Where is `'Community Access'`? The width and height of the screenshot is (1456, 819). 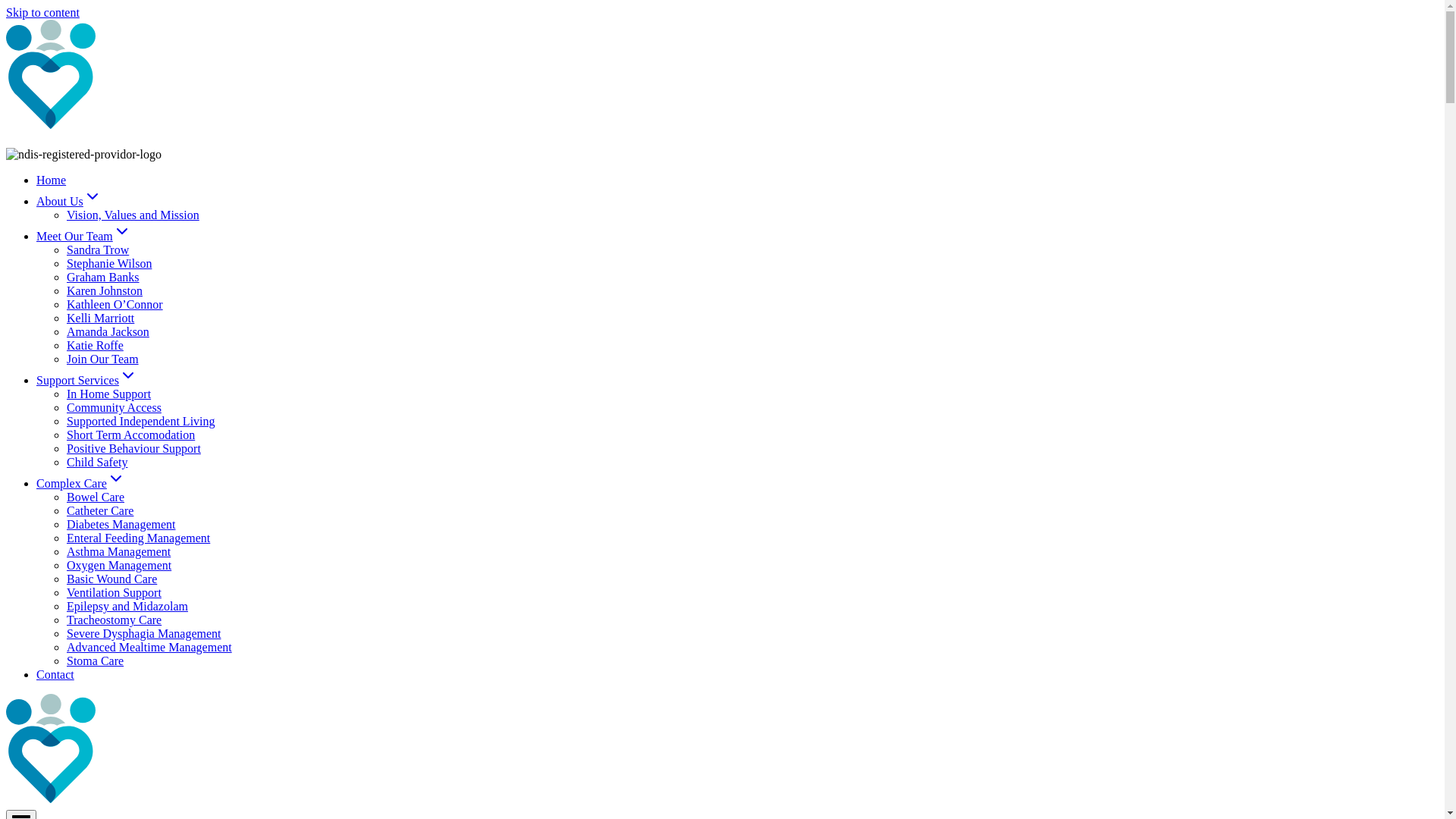 'Community Access' is located at coordinates (65, 406).